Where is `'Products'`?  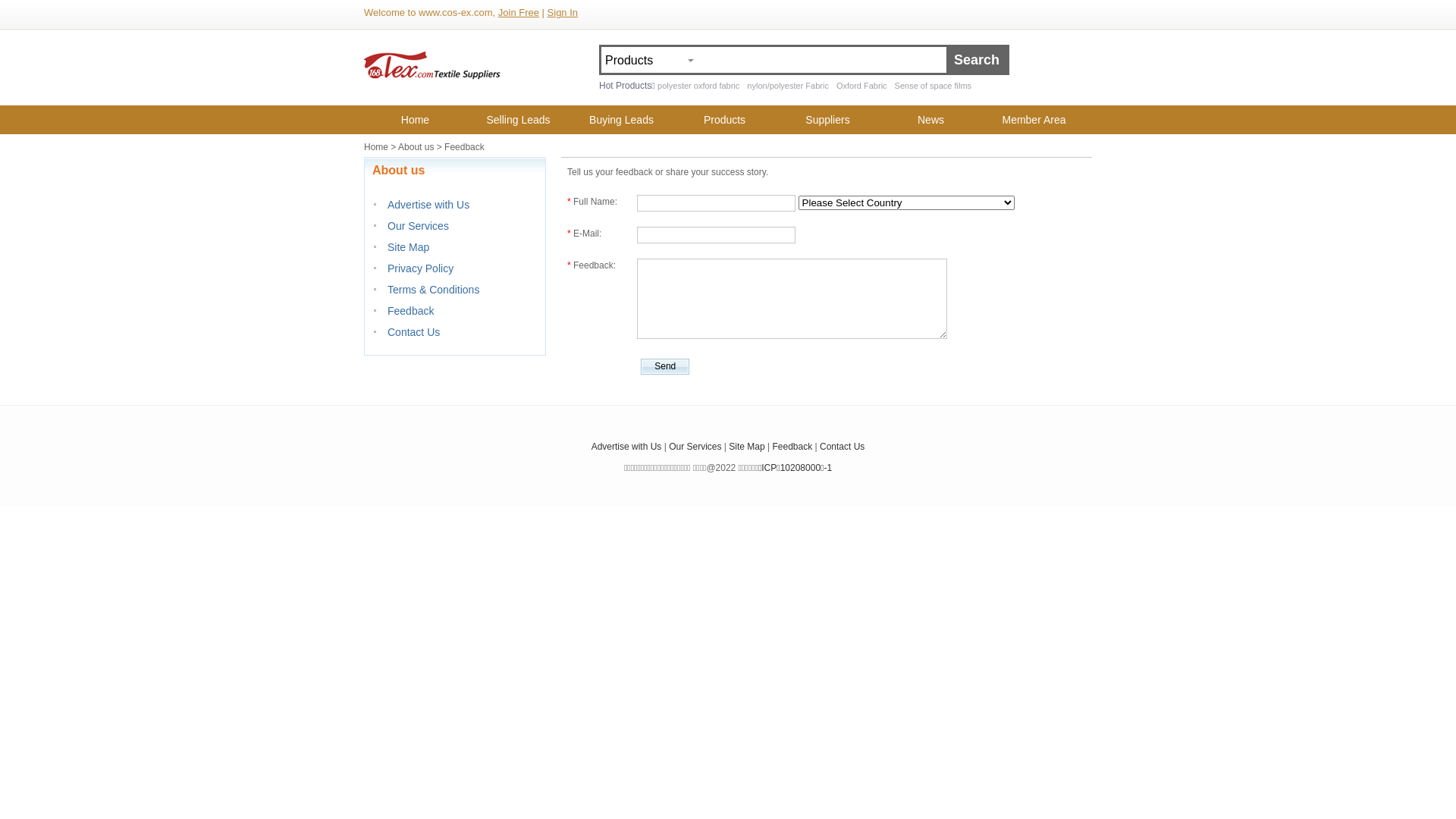
'Products' is located at coordinates (723, 119).